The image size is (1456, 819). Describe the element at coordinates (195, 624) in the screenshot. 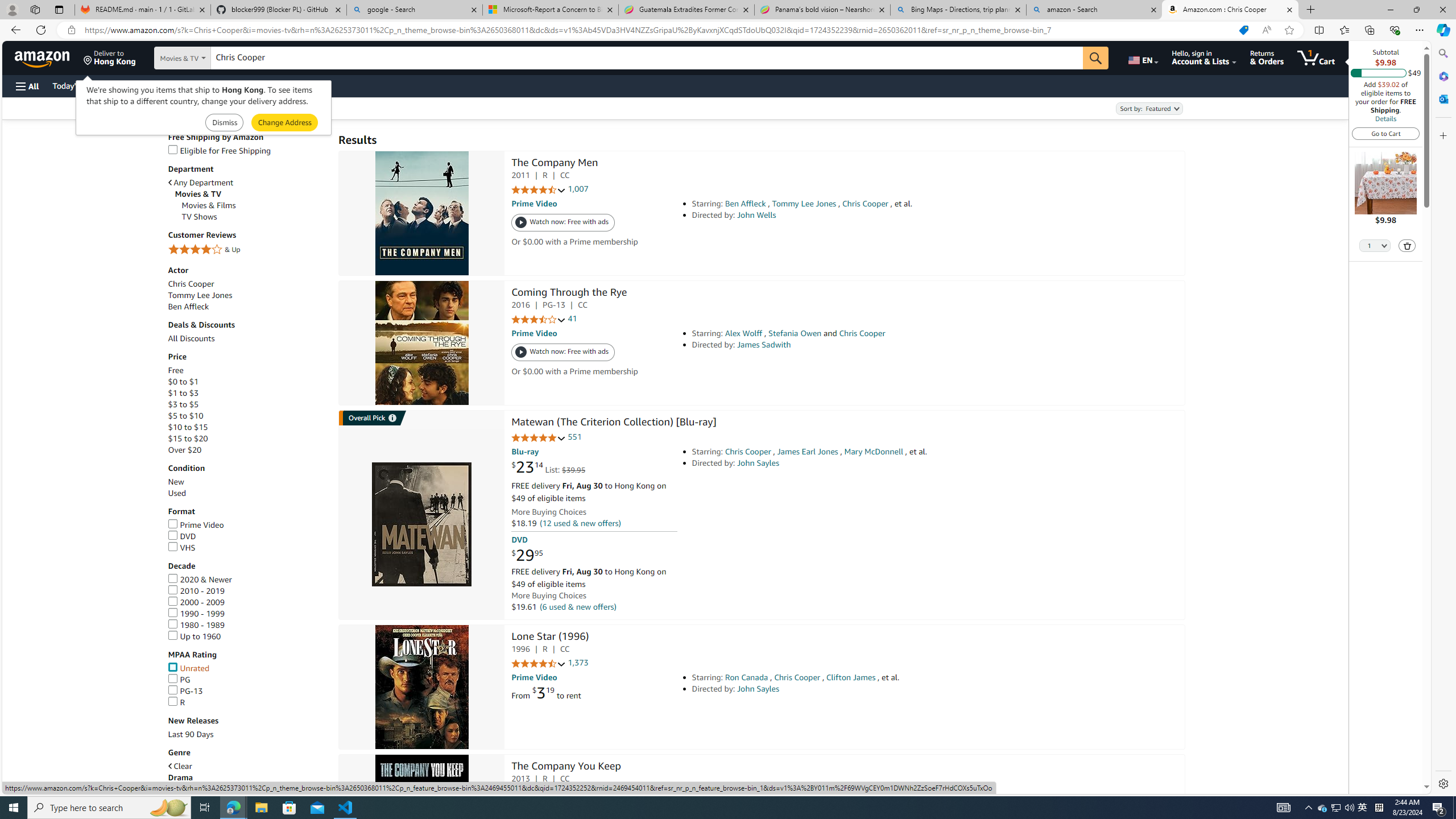

I see `'1980 - 1989'` at that location.